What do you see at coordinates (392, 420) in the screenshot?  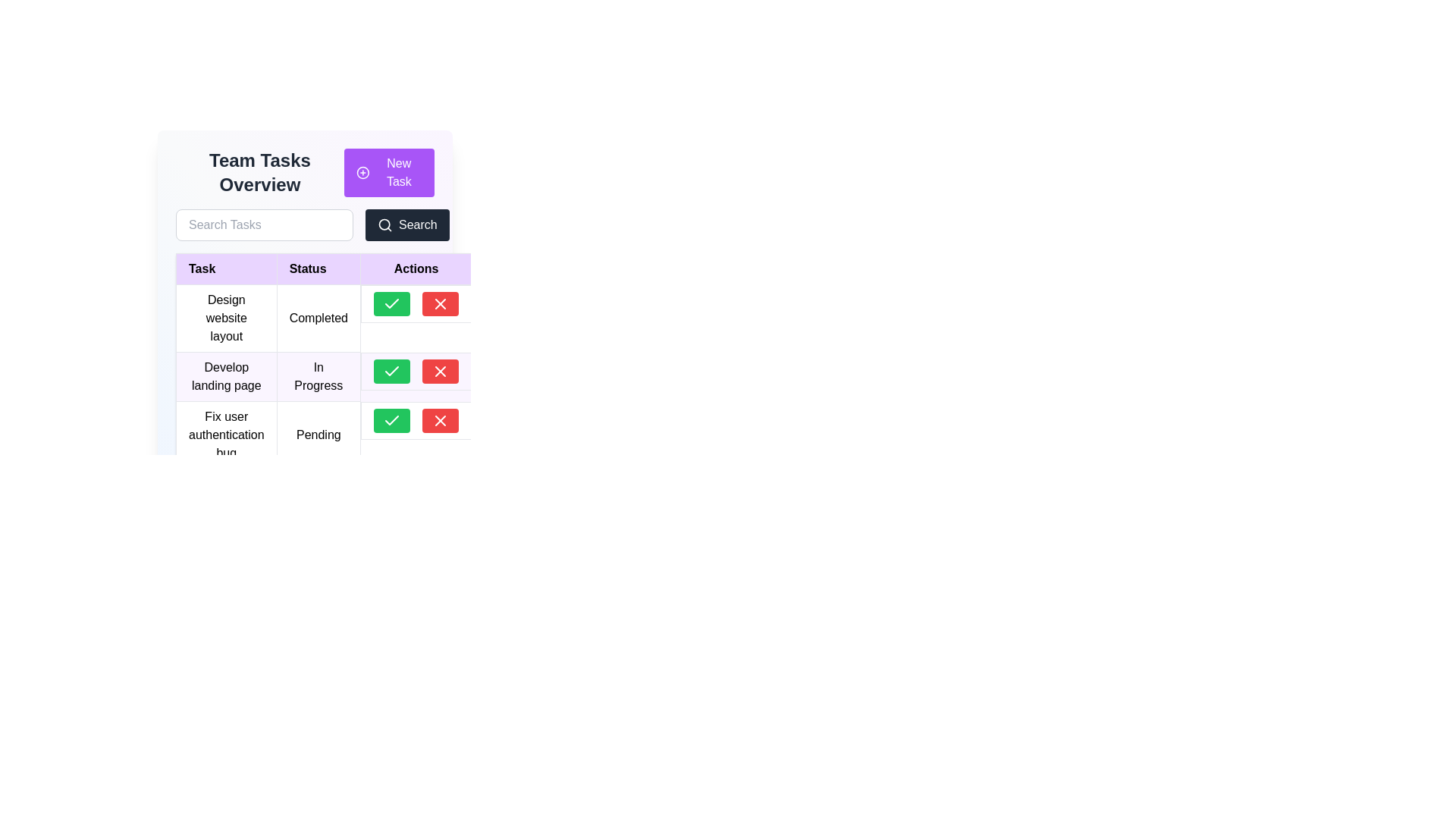 I see `the circular confirmation button with a checkmark icon in the 'Actions' column of the third row to confirm the task 'Fix user authentication bug'` at bounding box center [392, 420].